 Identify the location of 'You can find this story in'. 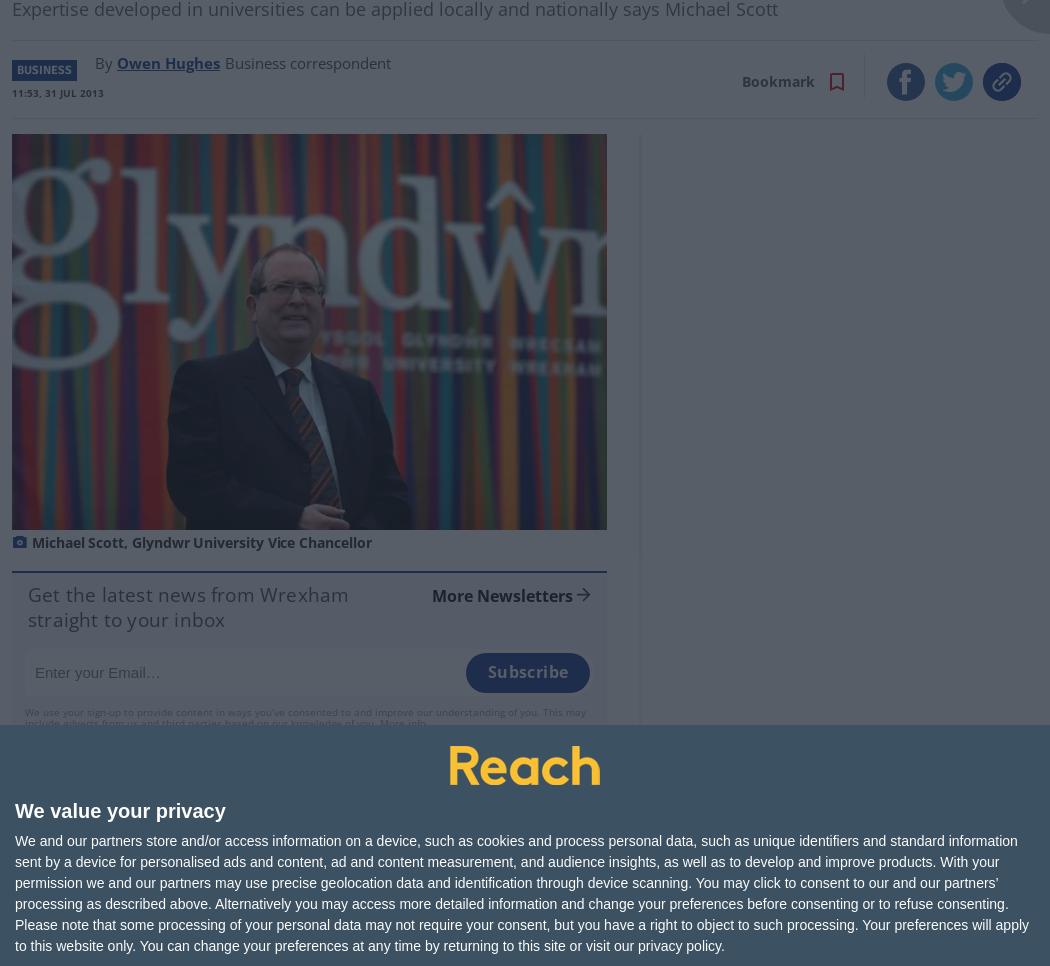
(462, 927).